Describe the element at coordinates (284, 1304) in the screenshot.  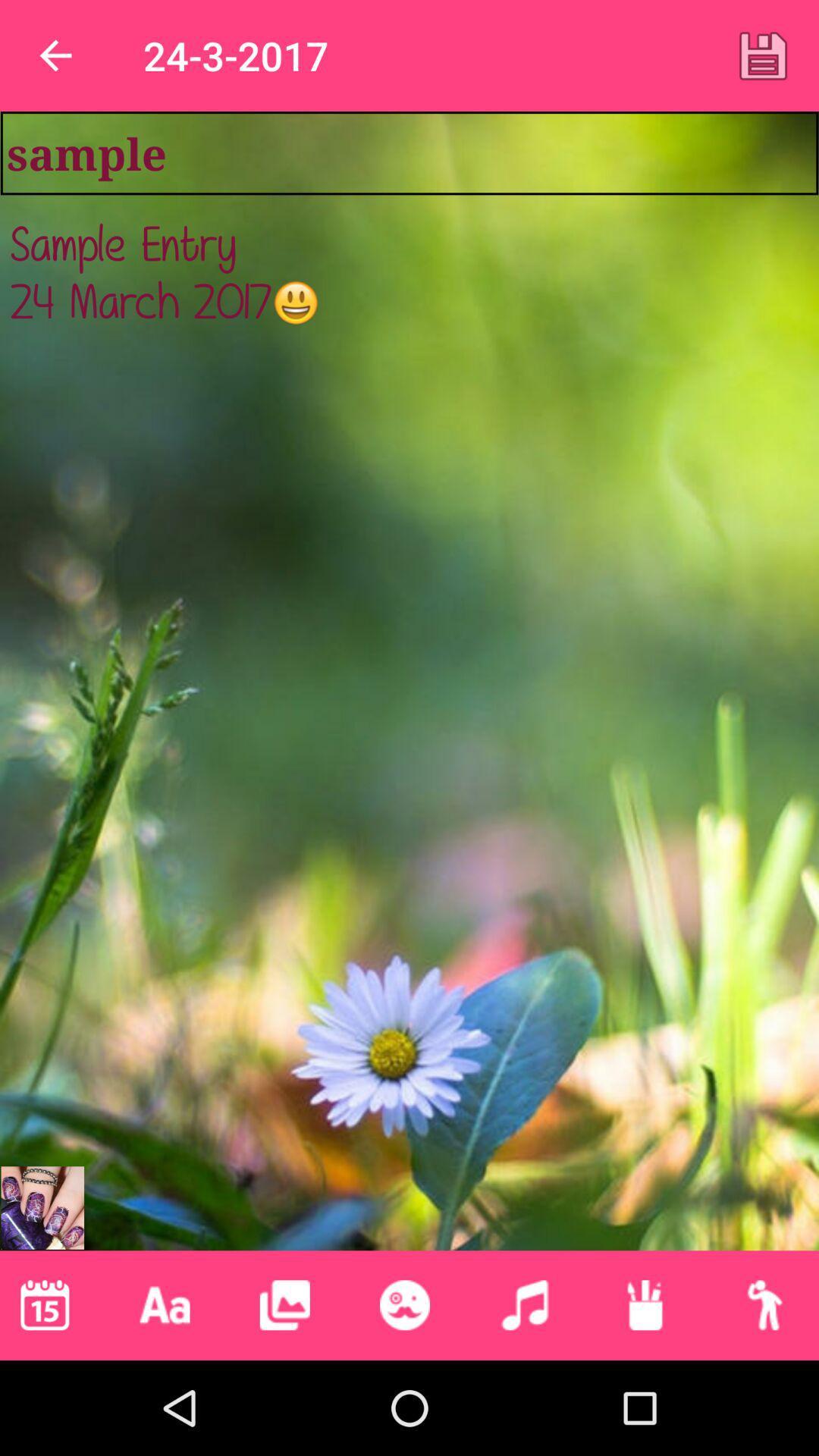
I see `the wallpaper icon` at that location.